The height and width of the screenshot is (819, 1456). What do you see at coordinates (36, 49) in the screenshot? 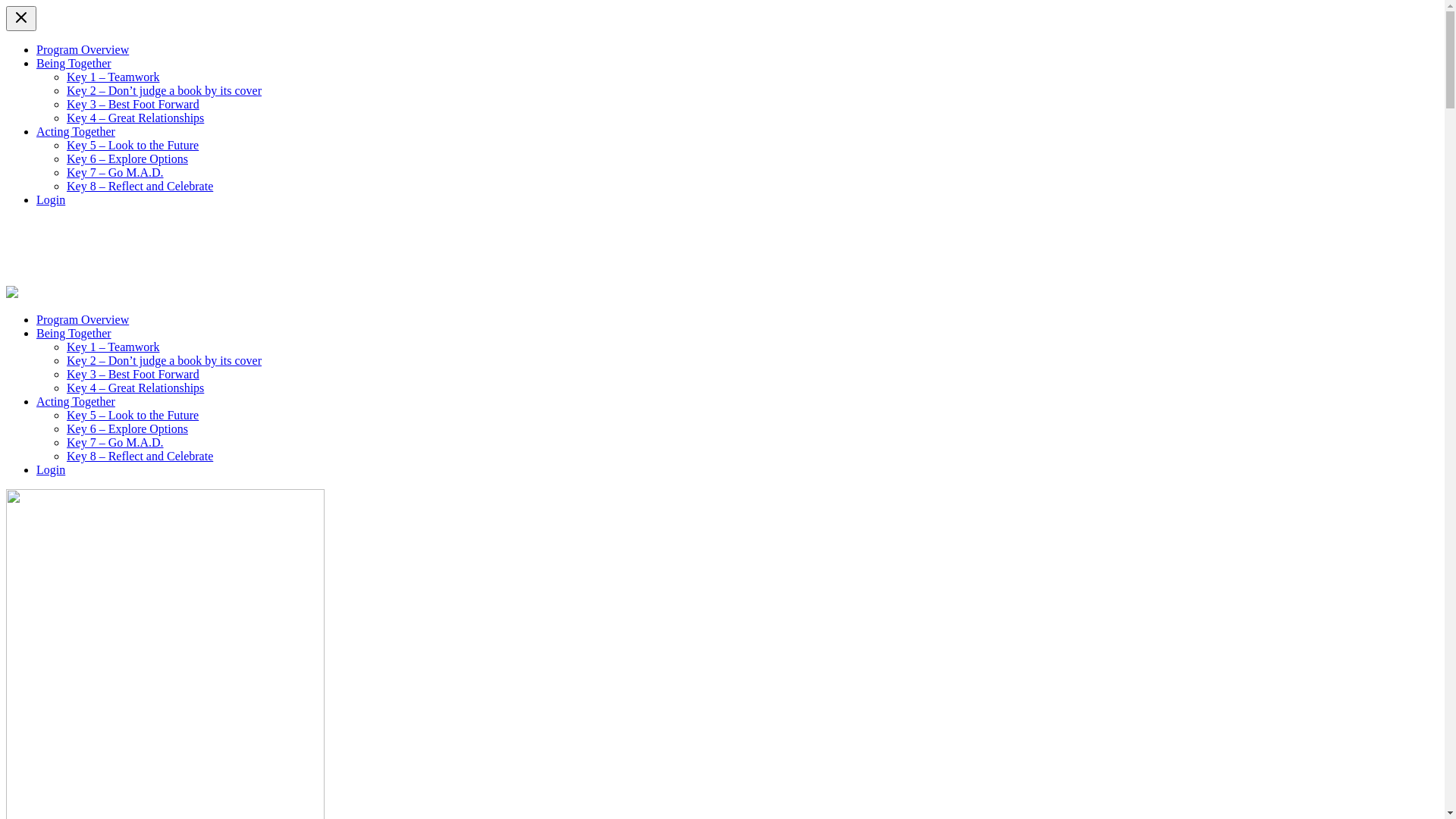
I see `'Program Overview'` at bounding box center [36, 49].